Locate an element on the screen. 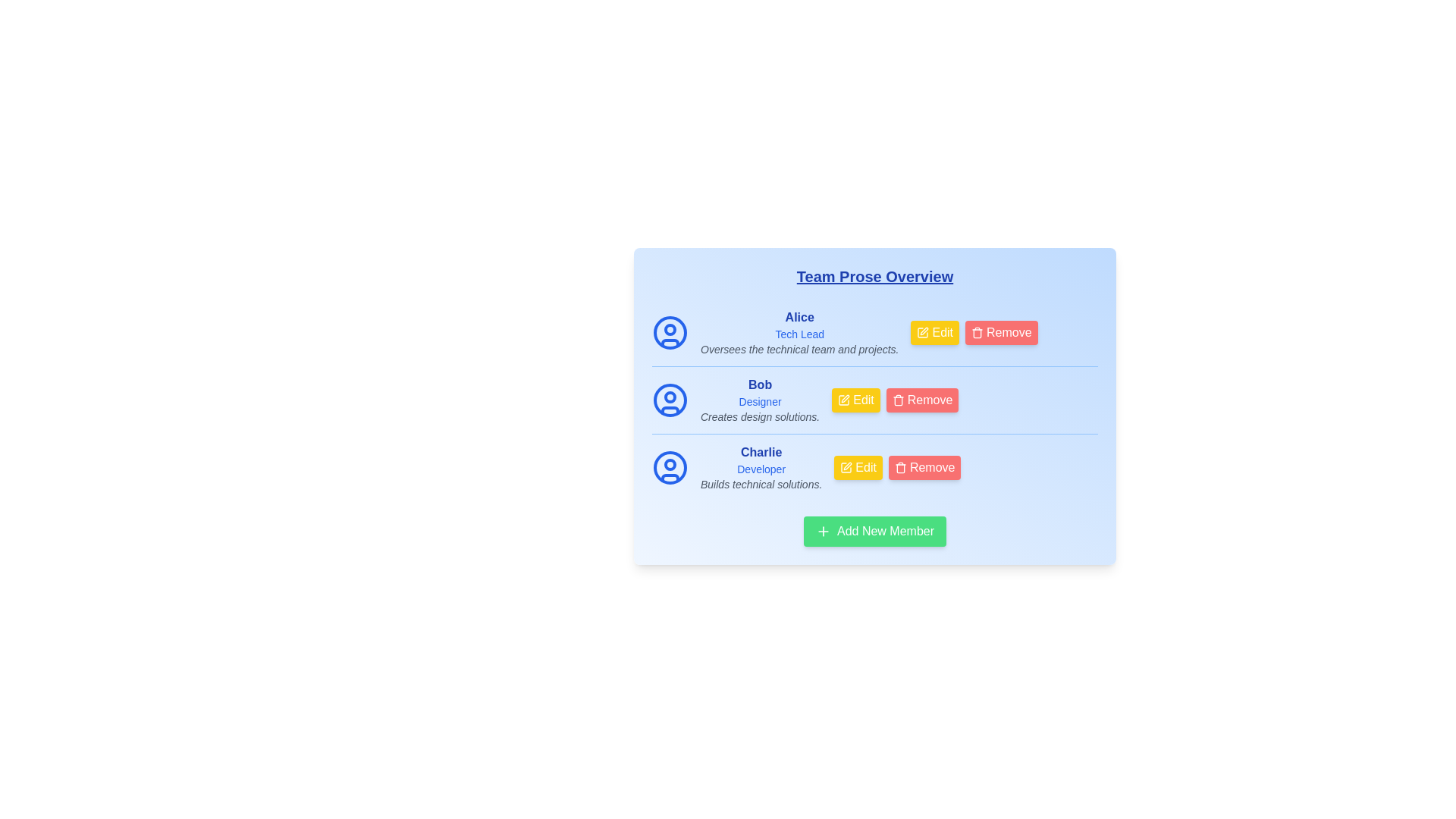 This screenshot has height=819, width=1456. the text label element displaying 'Designer' in blue, located below the name 'Bob' in the second team member card is located at coordinates (760, 400).